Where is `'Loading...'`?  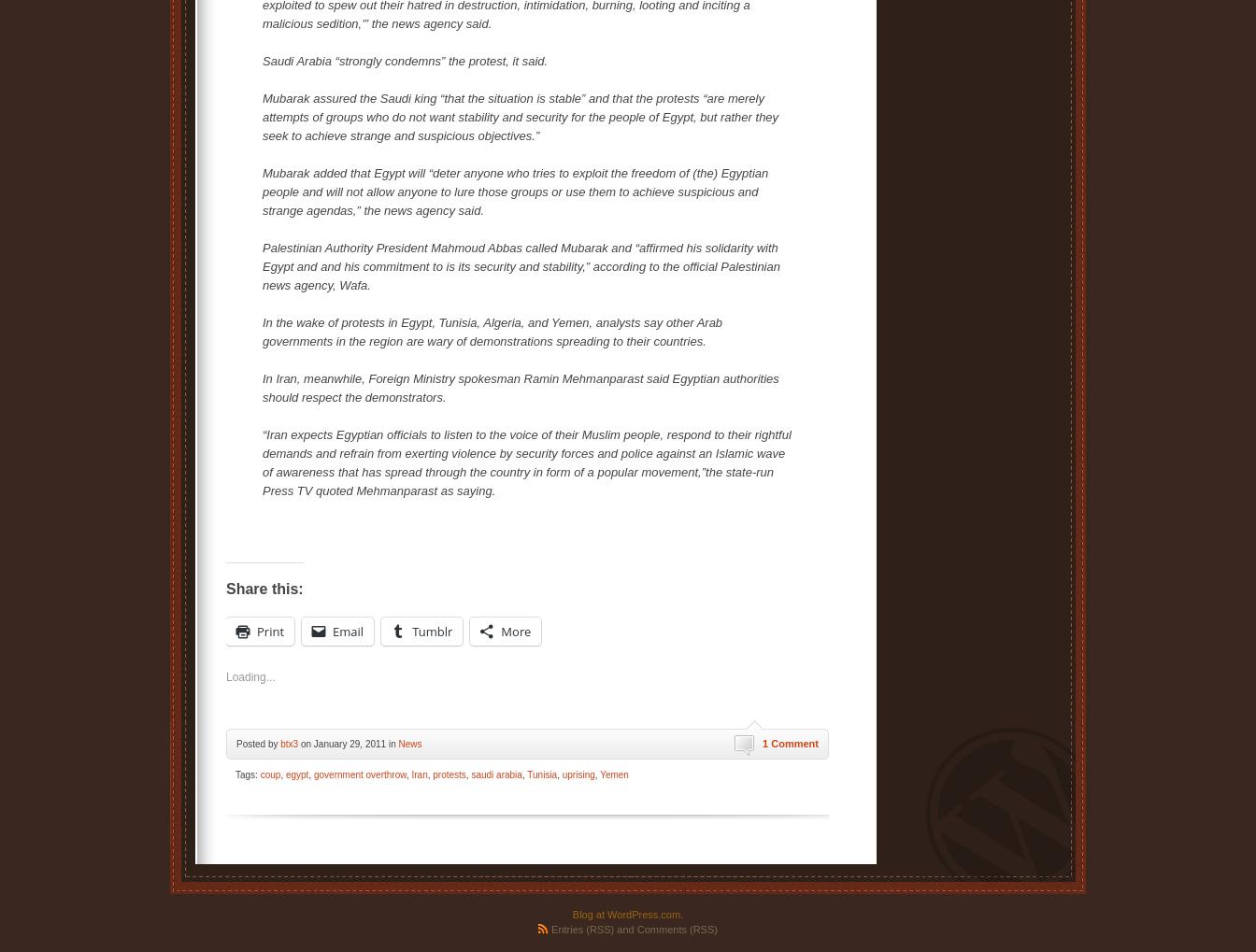
'Loading...' is located at coordinates (226, 677).